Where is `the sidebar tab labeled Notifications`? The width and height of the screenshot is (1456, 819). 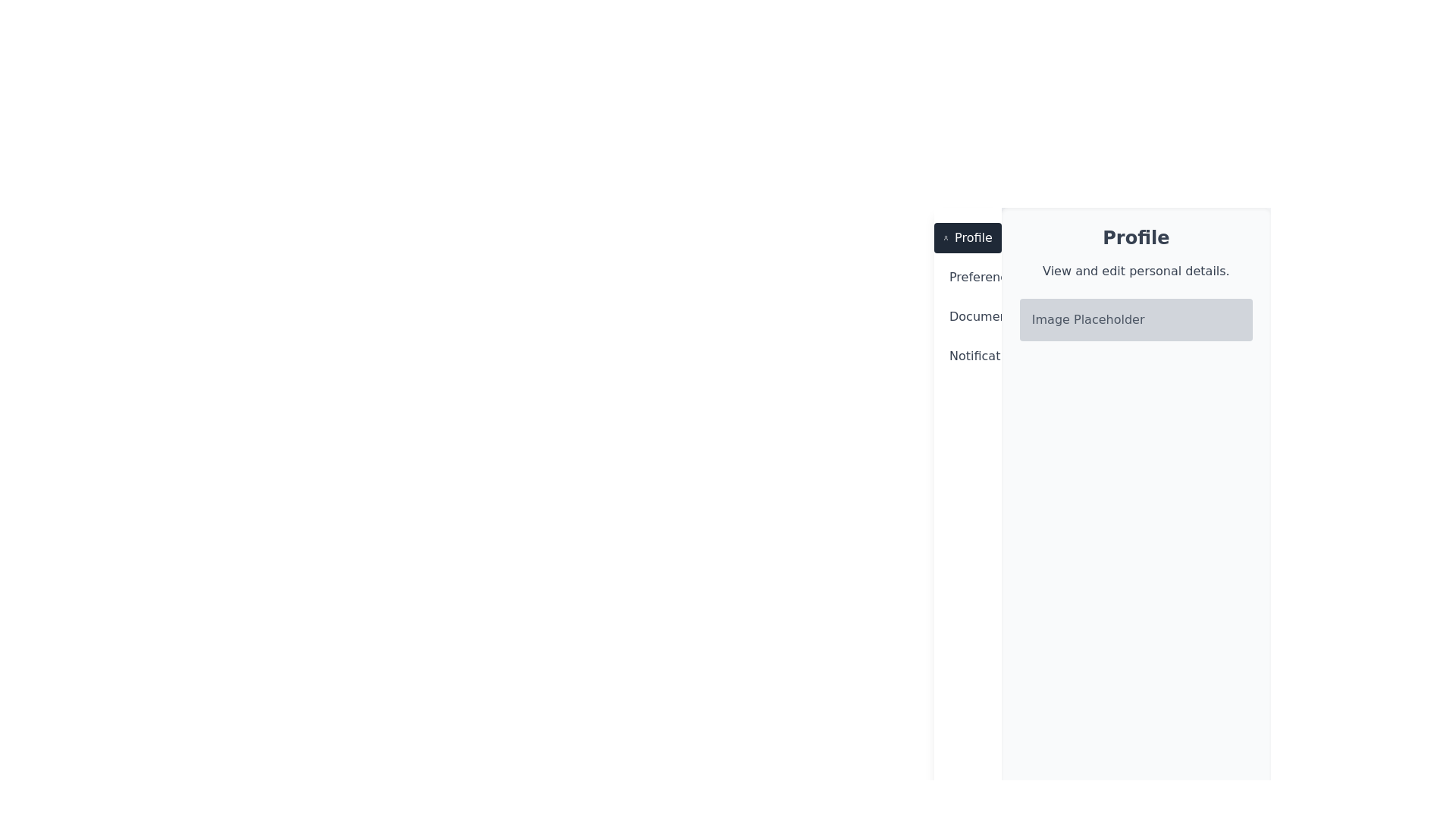 the sidebar tab labeled Notifications is located at coordinates (967, 356).